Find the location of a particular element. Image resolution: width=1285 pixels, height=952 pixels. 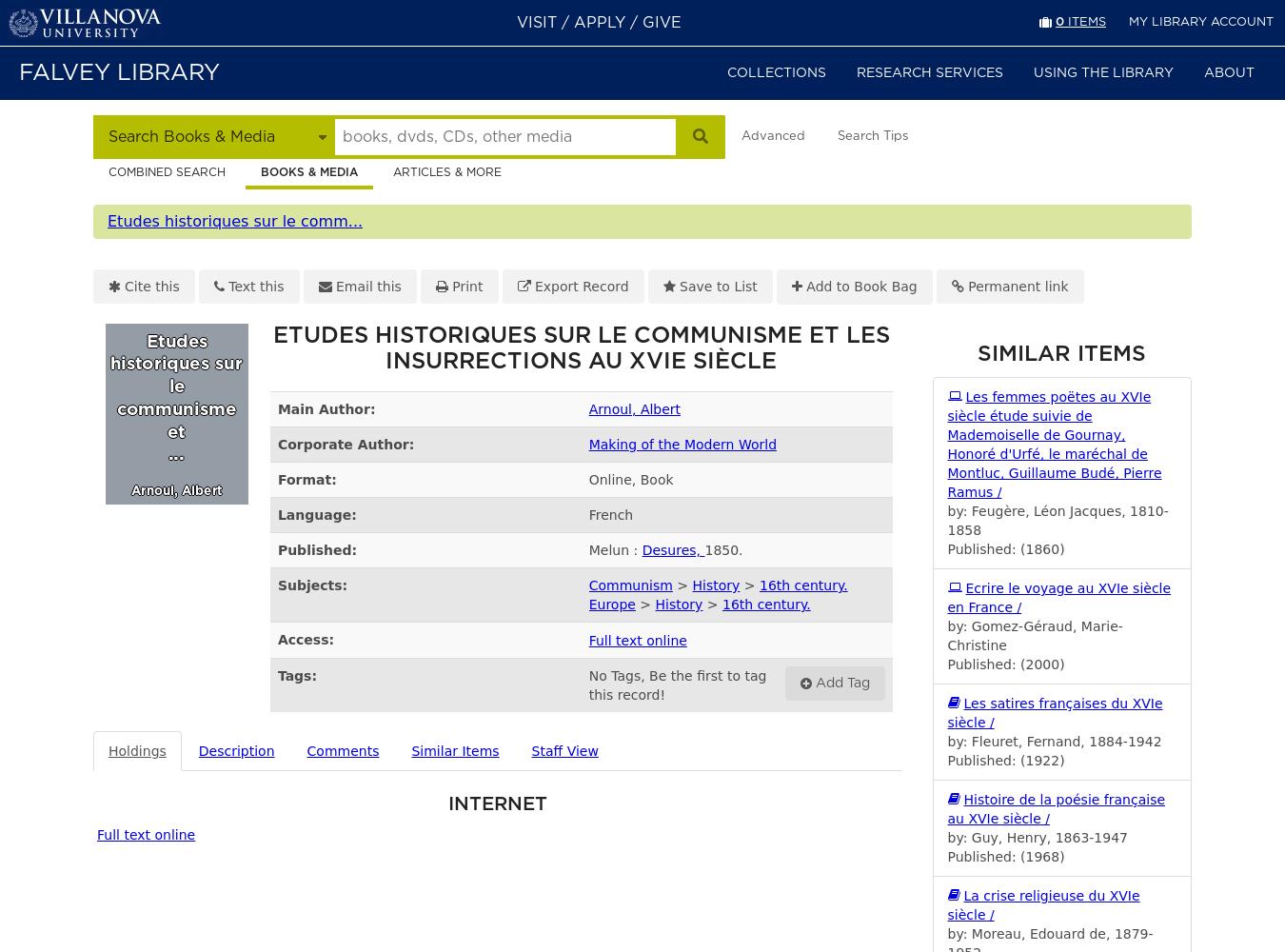

'items' is located at coordinates (1083, 22).